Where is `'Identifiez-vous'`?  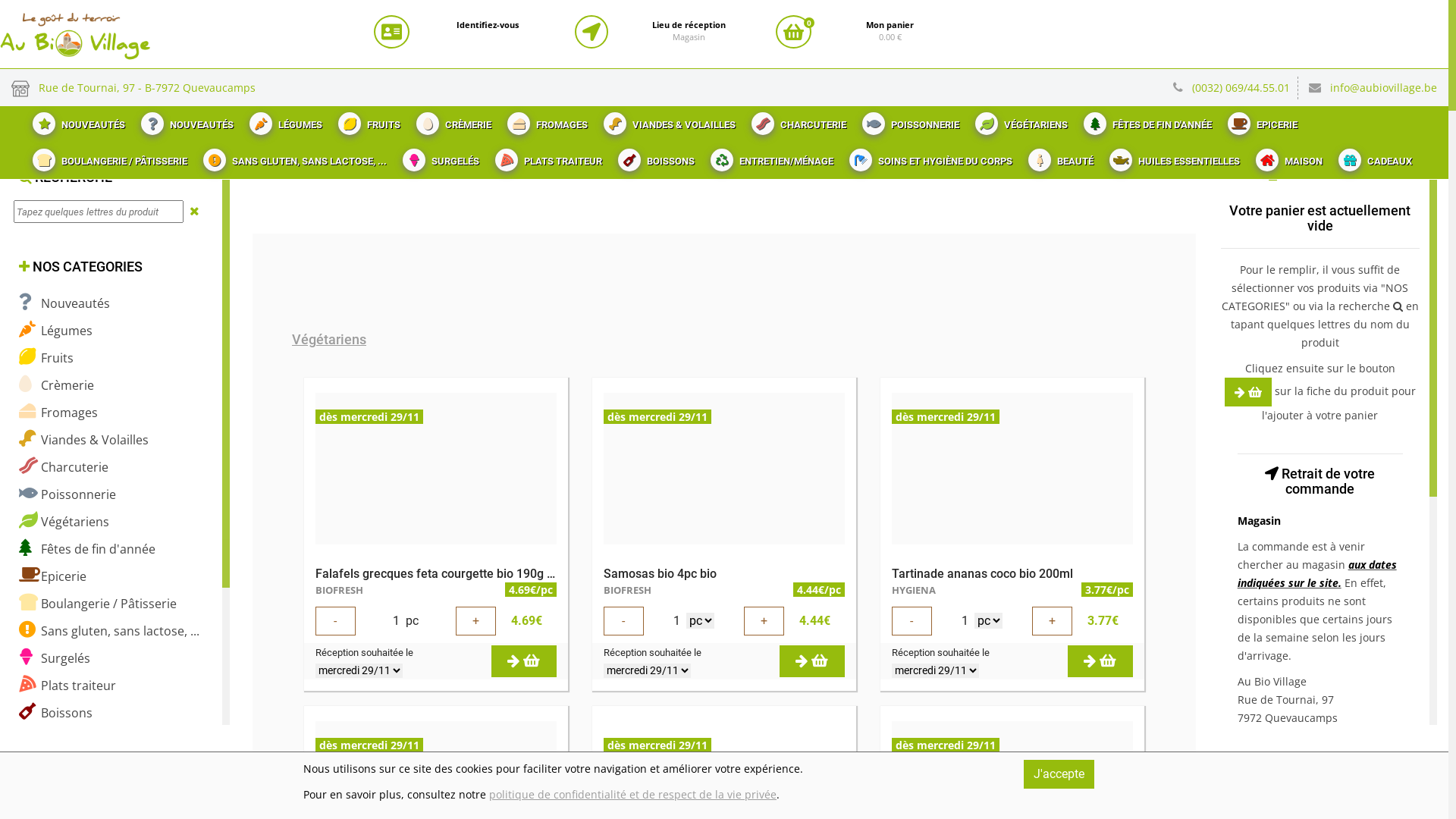 'Identifiez-vous' is located at coordinates (455, 25).